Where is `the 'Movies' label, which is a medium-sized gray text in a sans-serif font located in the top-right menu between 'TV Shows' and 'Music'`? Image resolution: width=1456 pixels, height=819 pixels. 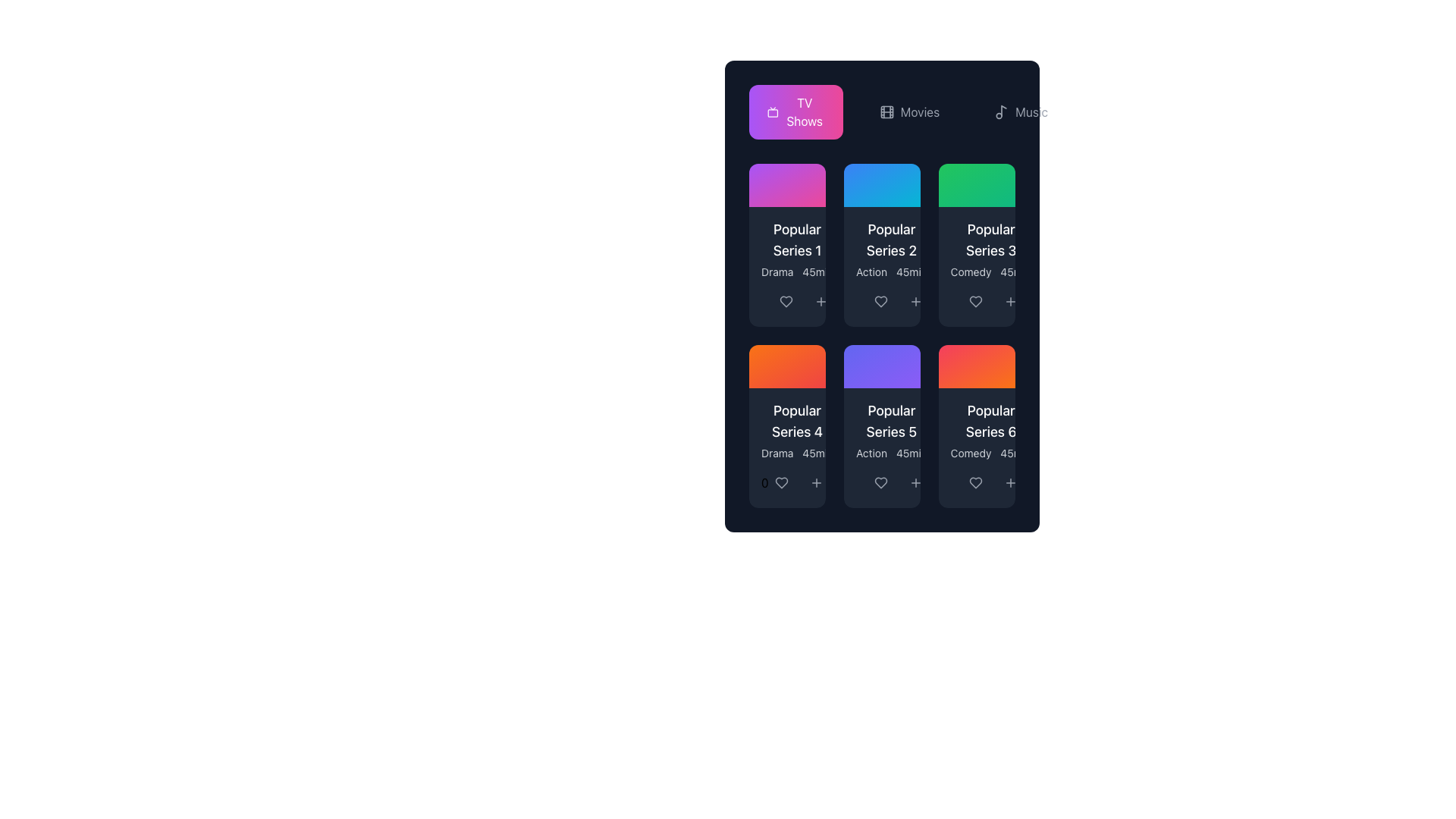
the 'Movies' label, which is a medium-sized gray text in a sans-serif font located in the top-right menu between 'TV Shows' and 'Music' is located at coordinates (919, 111).